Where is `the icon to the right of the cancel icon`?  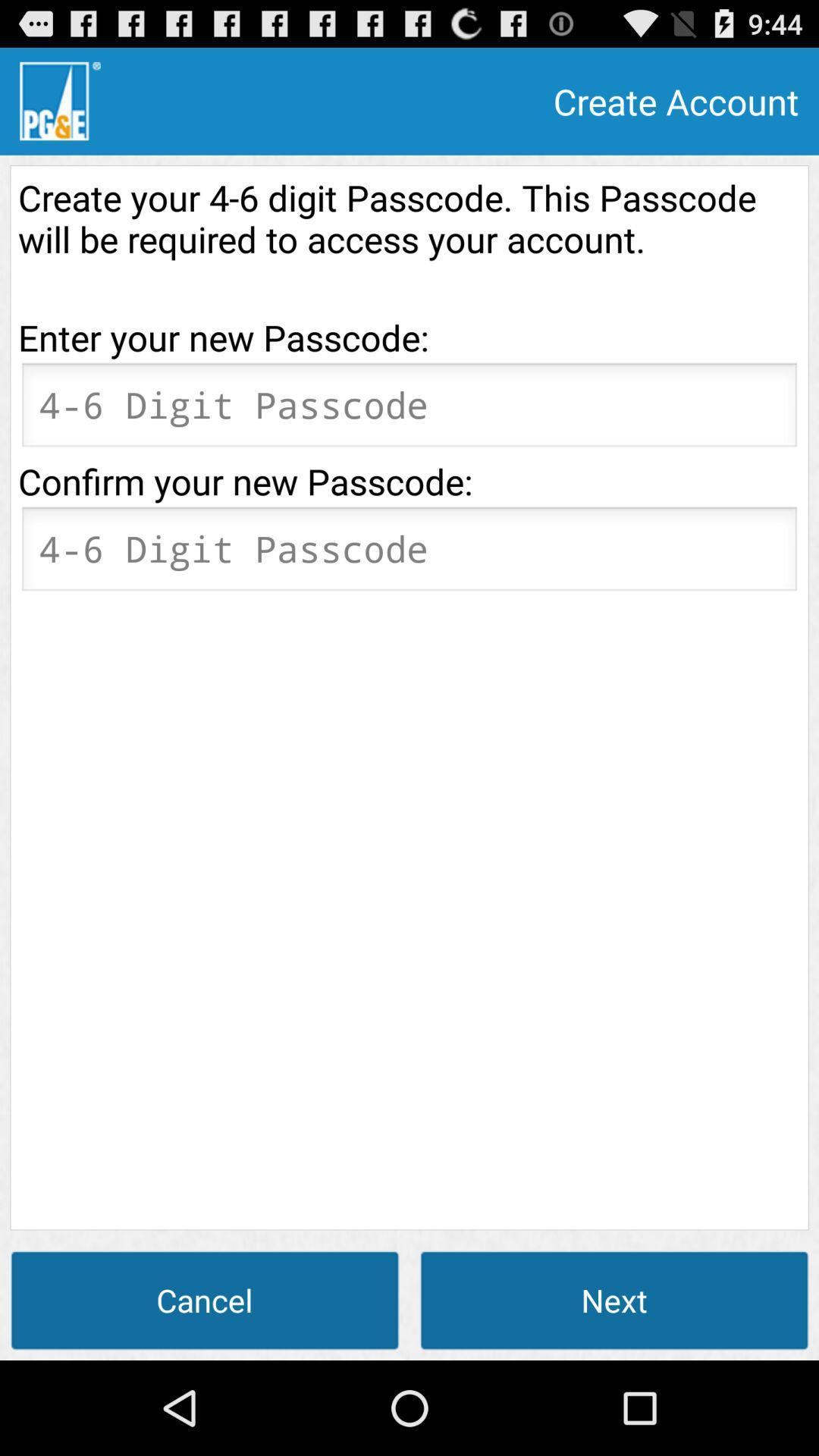 the icon to the right of the cancel icon is located at coordinates (614, 1299).